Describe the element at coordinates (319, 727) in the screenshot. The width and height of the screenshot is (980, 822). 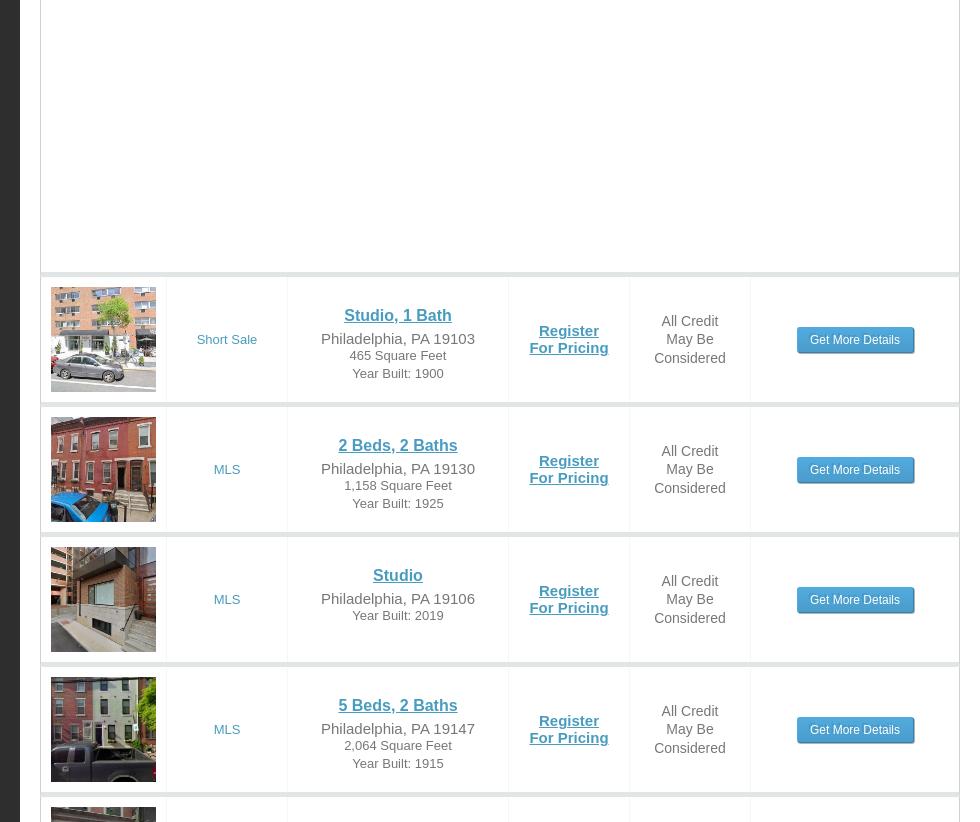
I see `'Philadelphia, PA 19147'` at that location.